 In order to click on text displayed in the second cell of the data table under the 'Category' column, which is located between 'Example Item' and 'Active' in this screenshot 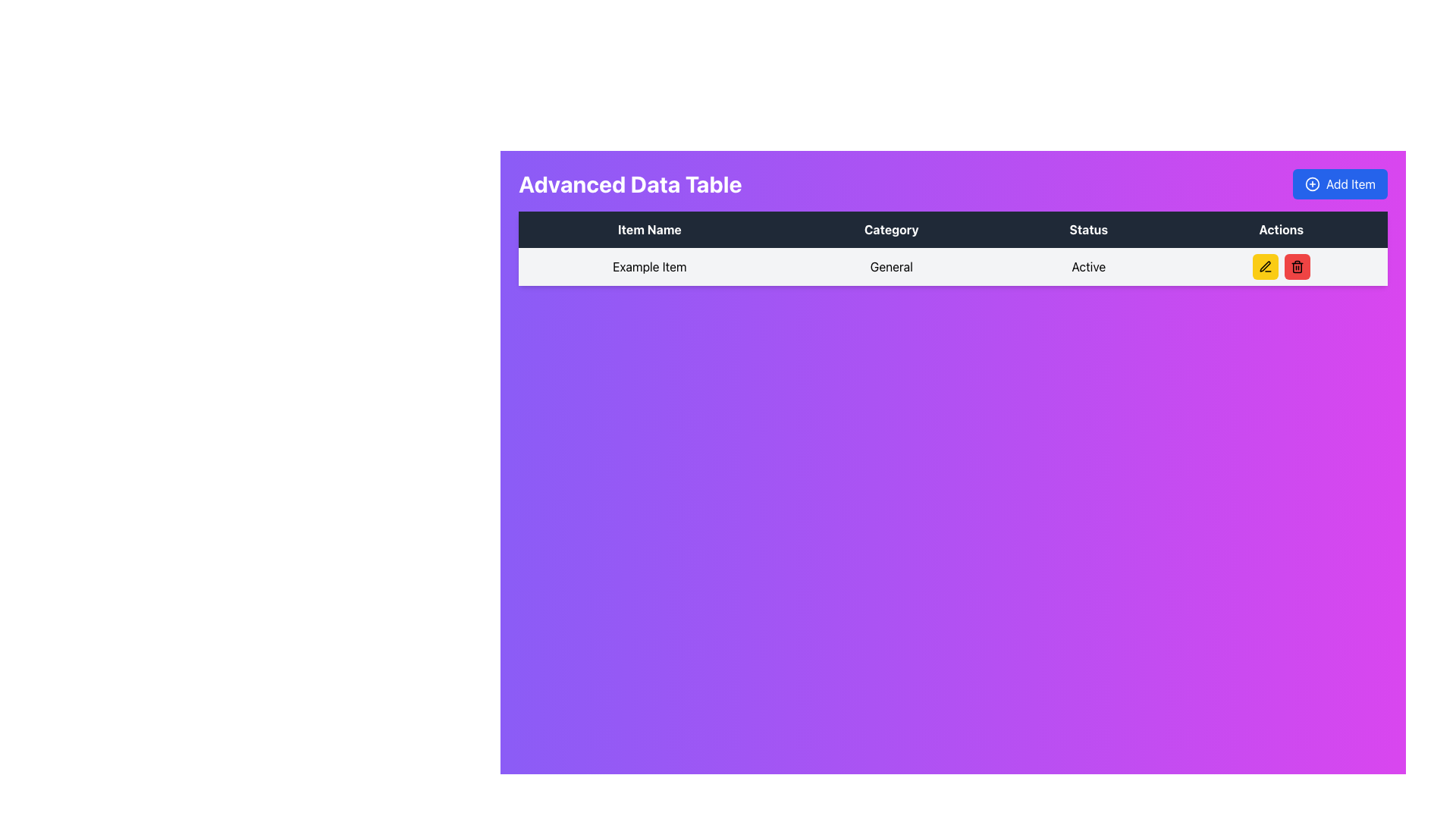, I will do `click(891, 265)`.